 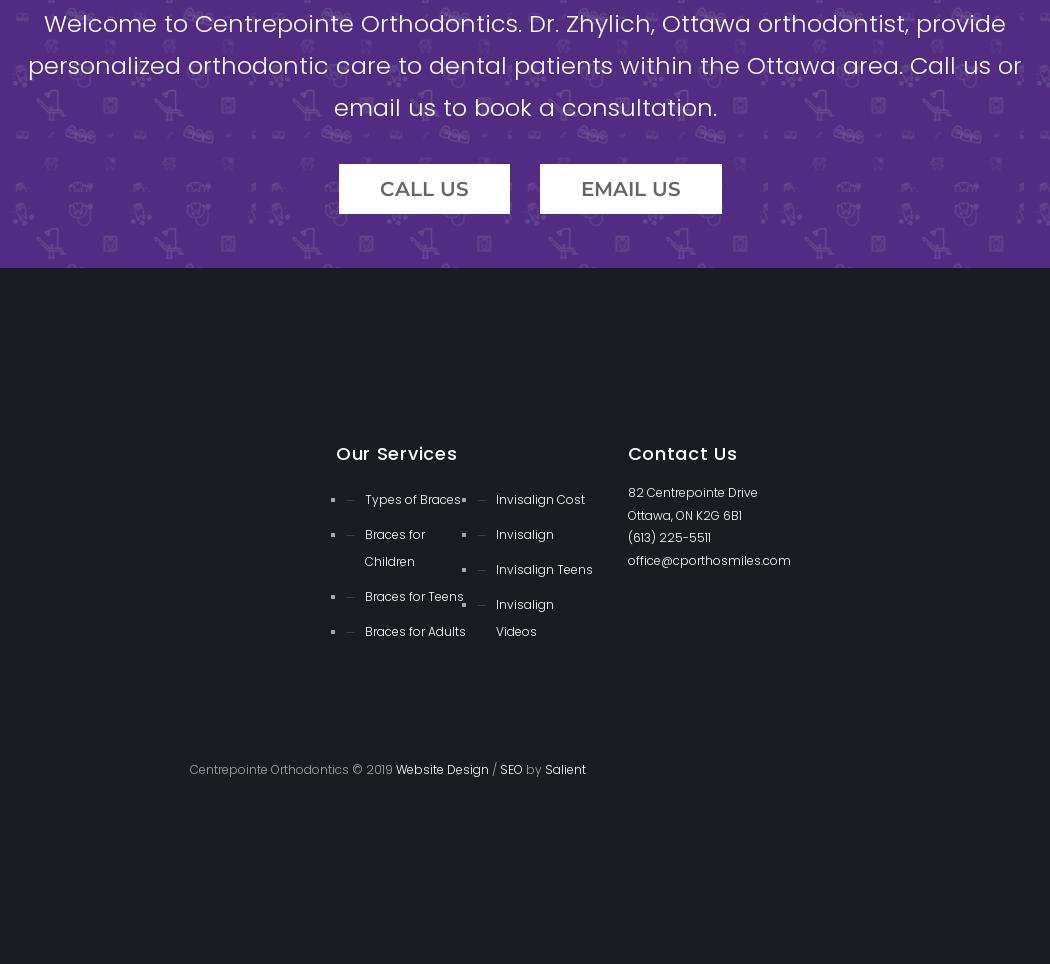 I want to click on 'Our Services', so click(x=395, y=453).